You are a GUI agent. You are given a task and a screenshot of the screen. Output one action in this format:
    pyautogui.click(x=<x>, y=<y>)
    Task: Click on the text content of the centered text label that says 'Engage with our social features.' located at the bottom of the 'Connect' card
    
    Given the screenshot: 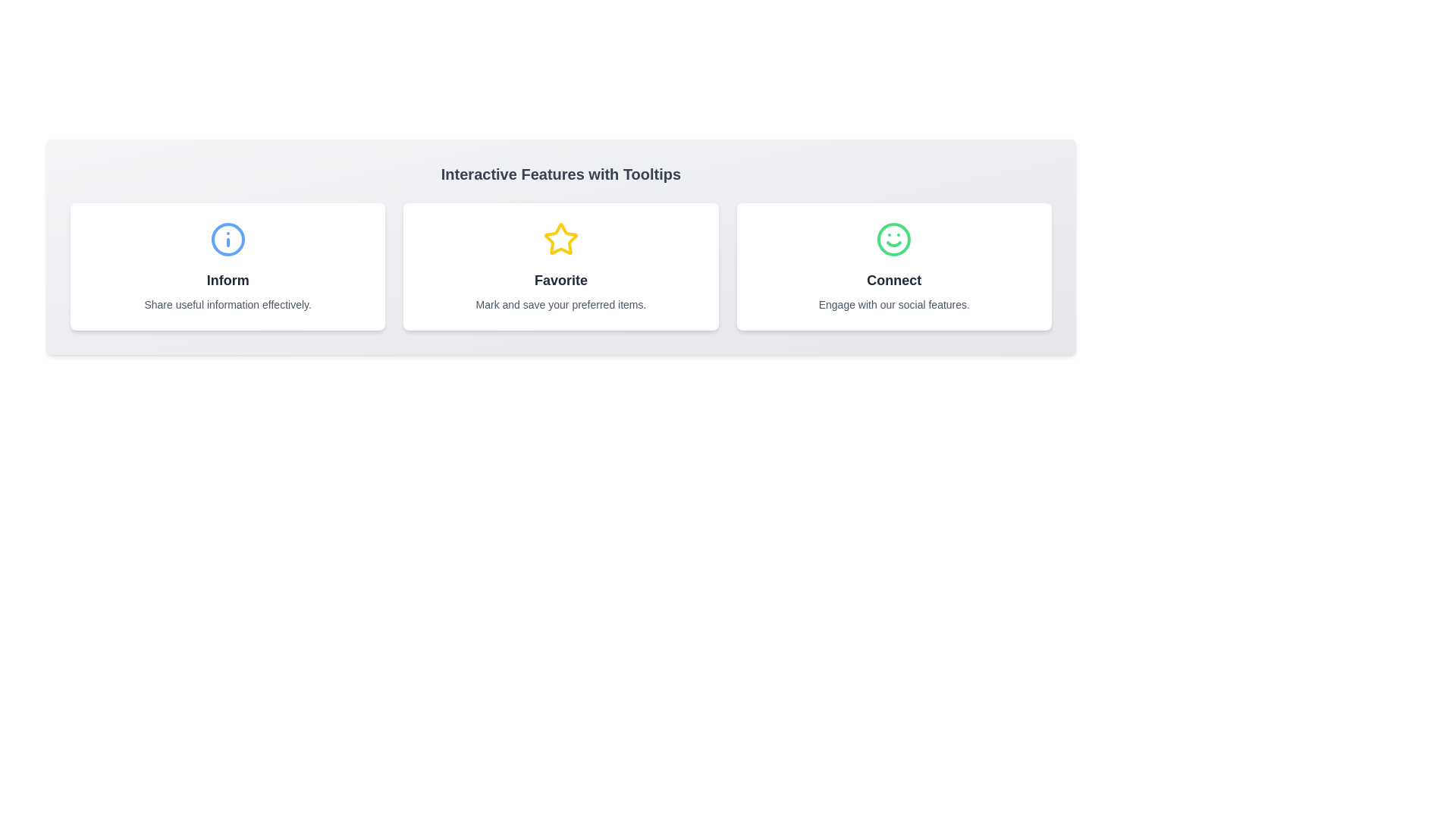 What is the action you would take?
    pyautogui.click(x=894, y=304)
    